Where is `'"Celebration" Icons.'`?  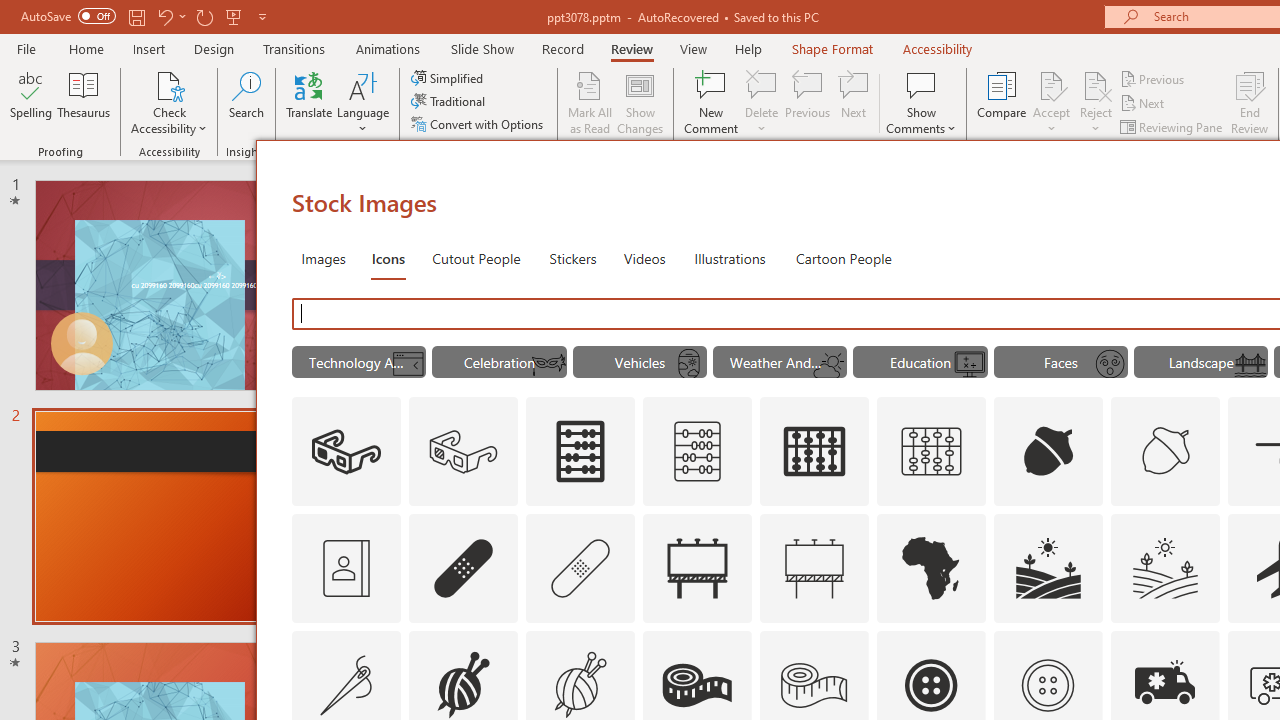 '"Celebration" Icons.' is located at coordinates (499, 362).